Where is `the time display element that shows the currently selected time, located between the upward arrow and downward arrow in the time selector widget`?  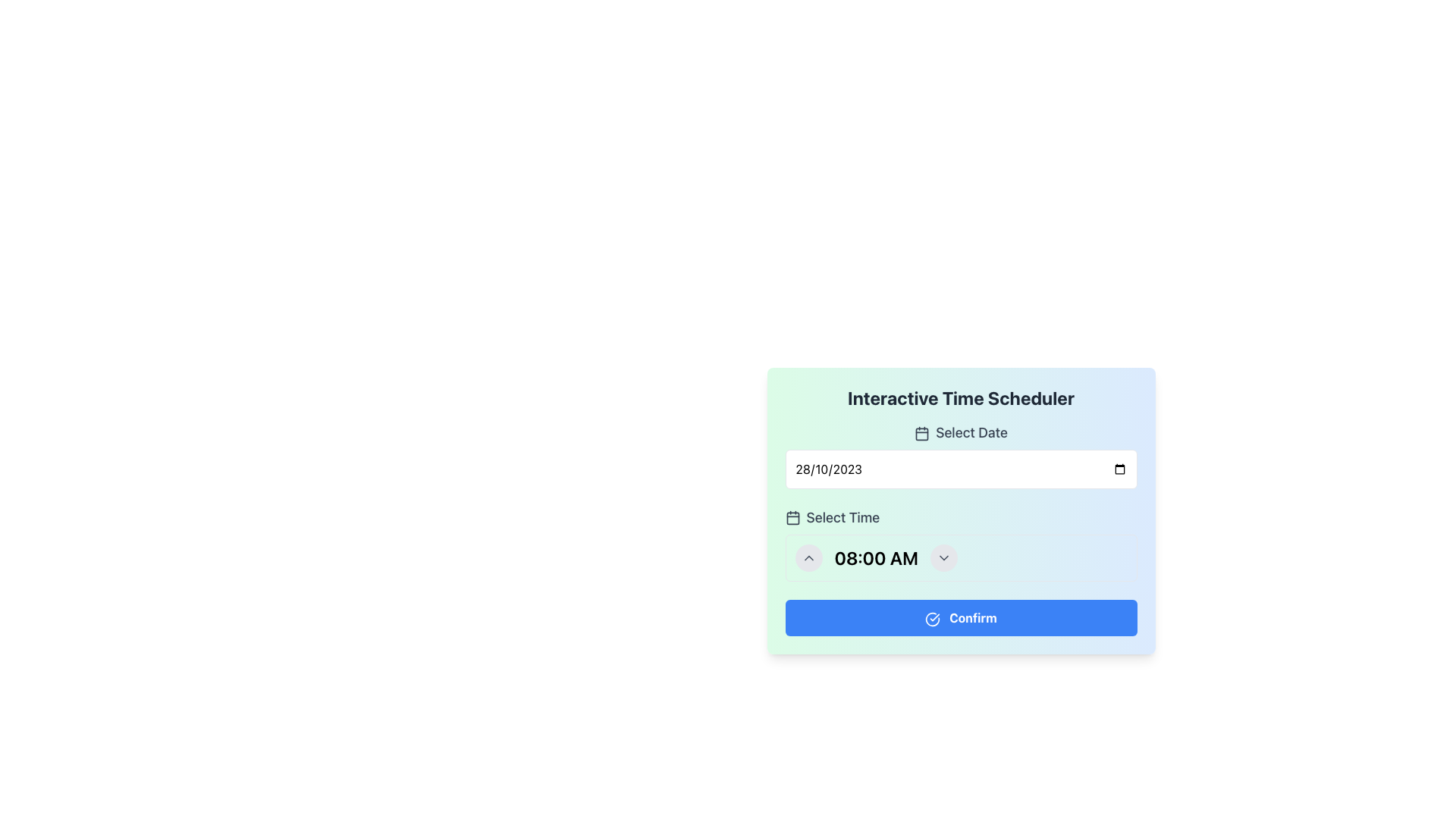
the time display element that shows the currently selected time, located between the upward arrow and downward arrow in the time selector widget is located at coordinates (876, 558).